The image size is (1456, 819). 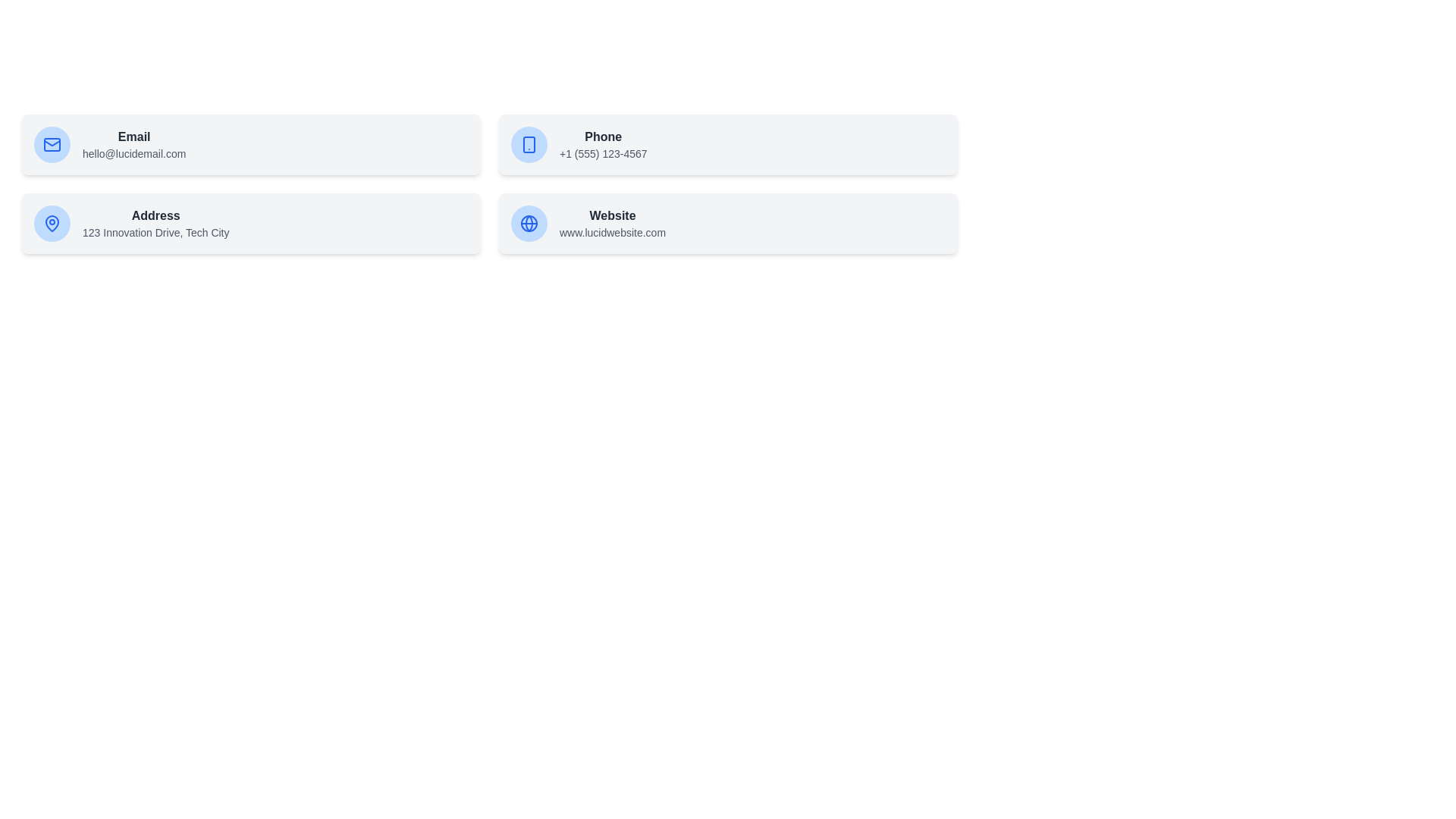 What do you see at coordinates (612, 233) in the screenshot?
I see `the static text display showing 'www.lucidwebsite.com', which is located directly under the larger 'Website' label within the contact information section` at bounding box center [612, 233].